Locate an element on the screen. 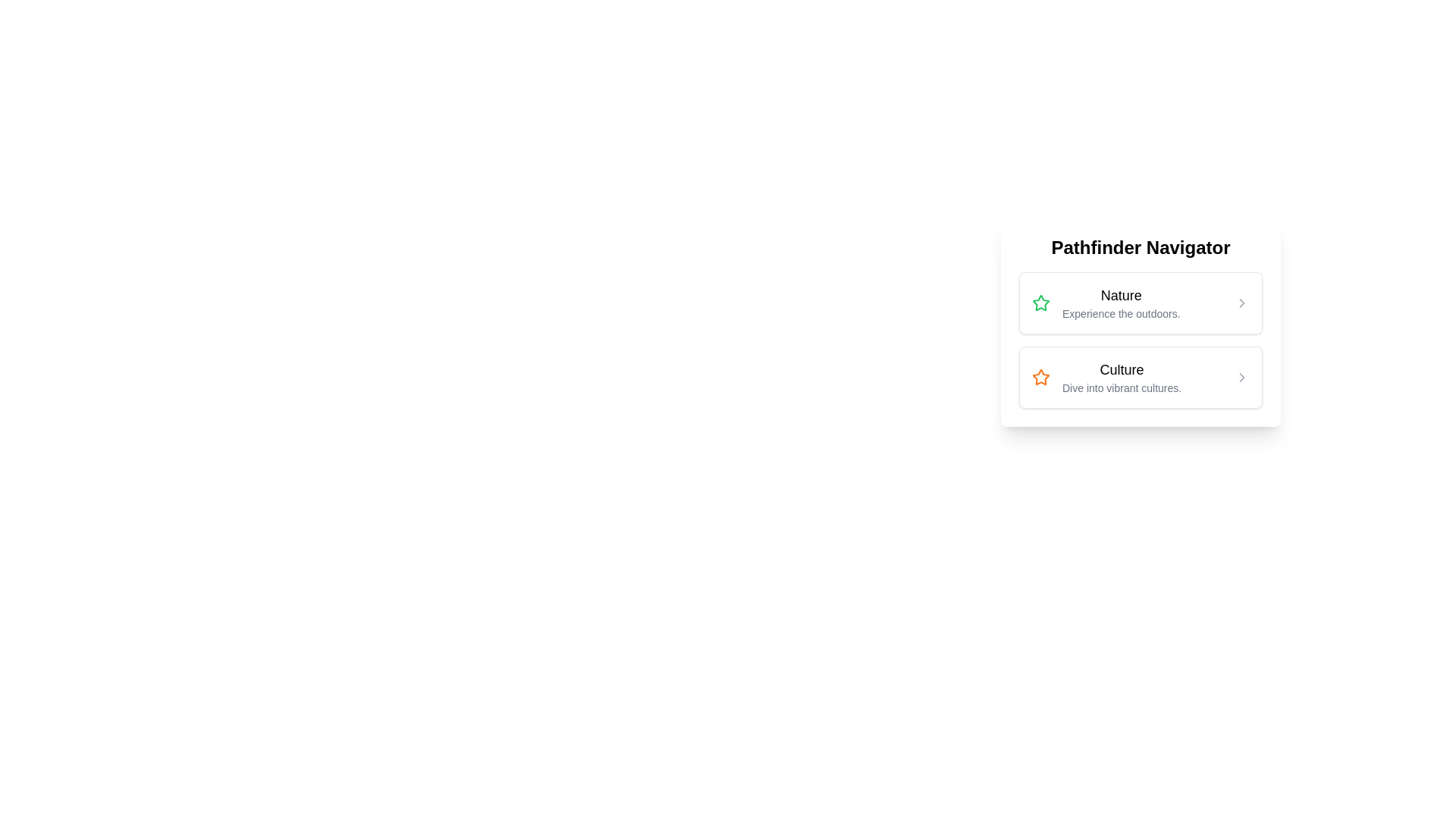 Image resolution: width=1456 pixels, height=819 pixels. the 'Culture' card item, which is the second item in a vertical list of cards is located at coordinates (1141, 376).